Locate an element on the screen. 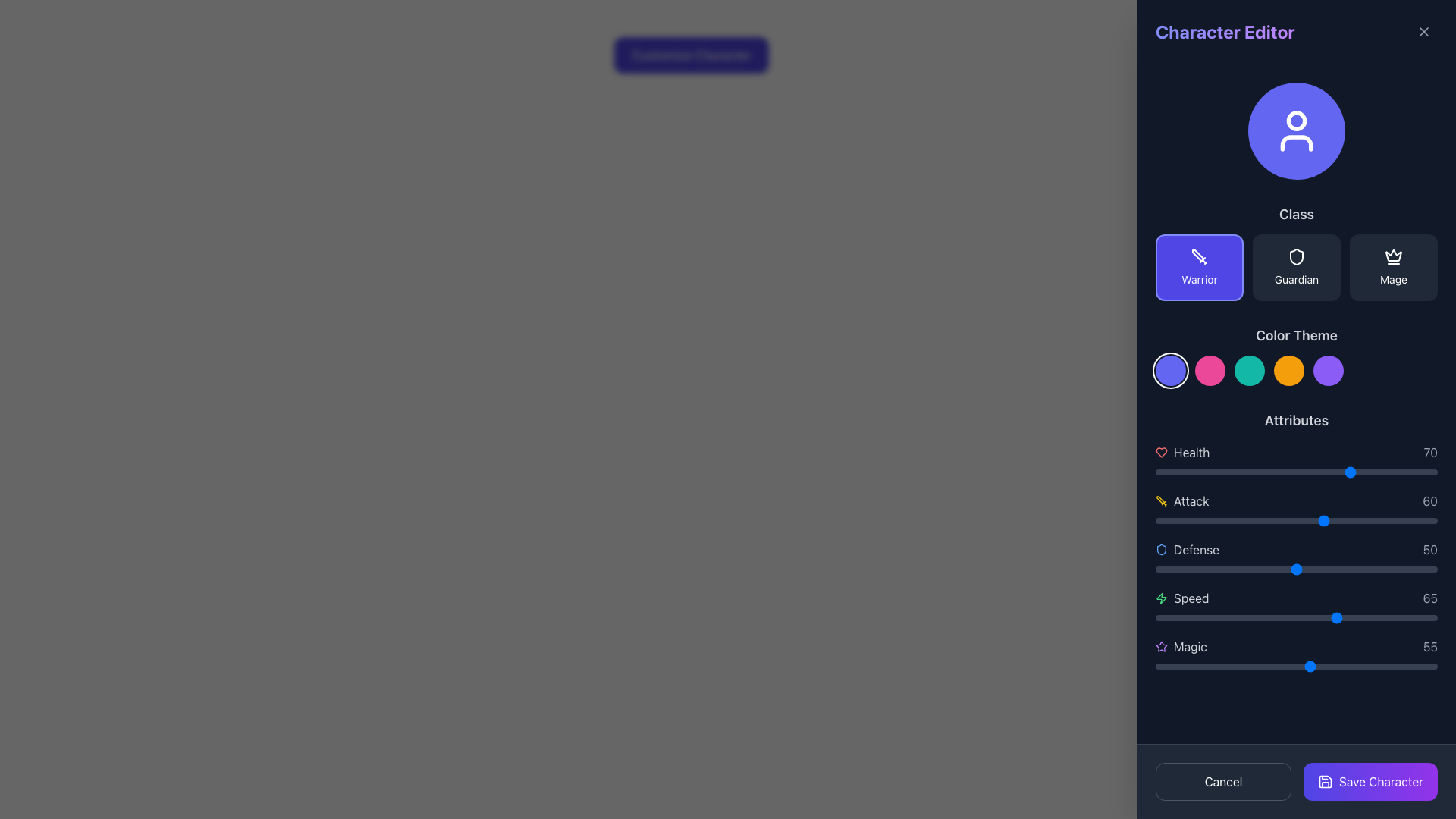 The image size is (1456, 819). the defense attribute is located at coordinates (1338, 570).